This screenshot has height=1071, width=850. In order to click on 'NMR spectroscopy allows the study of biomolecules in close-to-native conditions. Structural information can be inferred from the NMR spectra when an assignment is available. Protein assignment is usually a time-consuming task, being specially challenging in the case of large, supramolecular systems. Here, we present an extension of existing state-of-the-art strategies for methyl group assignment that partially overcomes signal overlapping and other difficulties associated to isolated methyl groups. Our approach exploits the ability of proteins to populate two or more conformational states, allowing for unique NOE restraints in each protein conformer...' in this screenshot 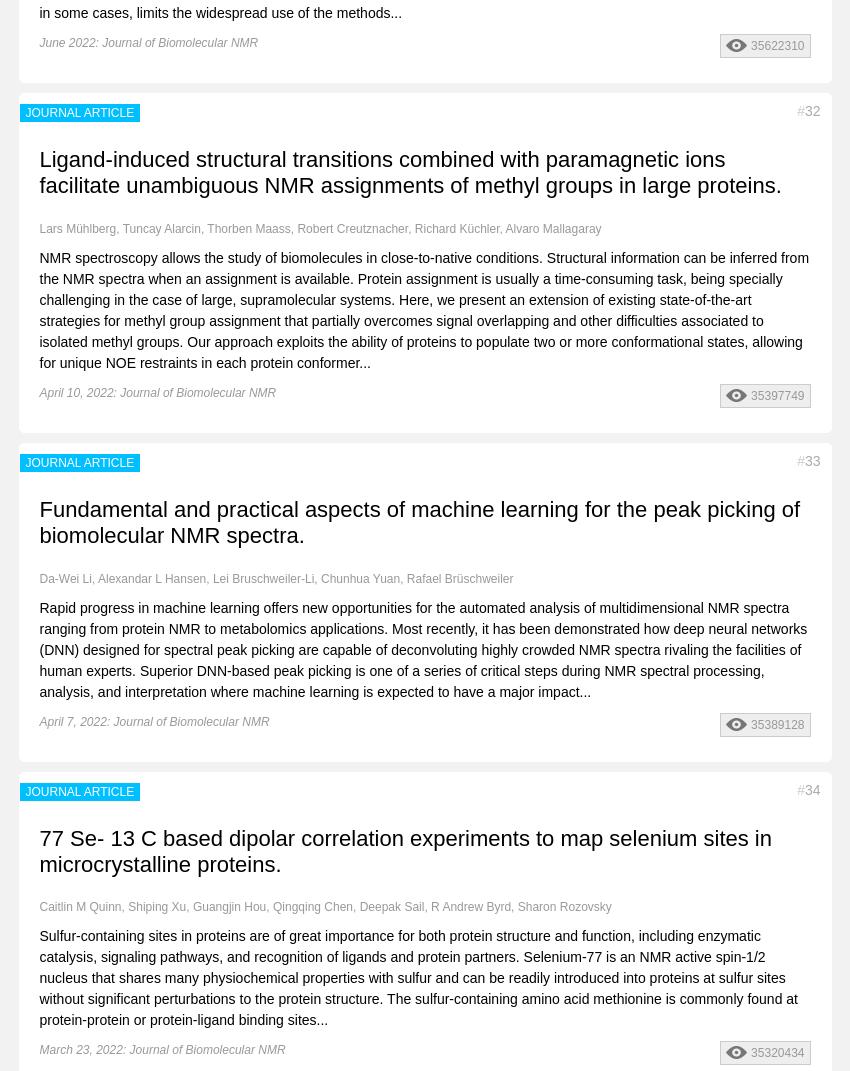, I will do `click(423, 308)`.